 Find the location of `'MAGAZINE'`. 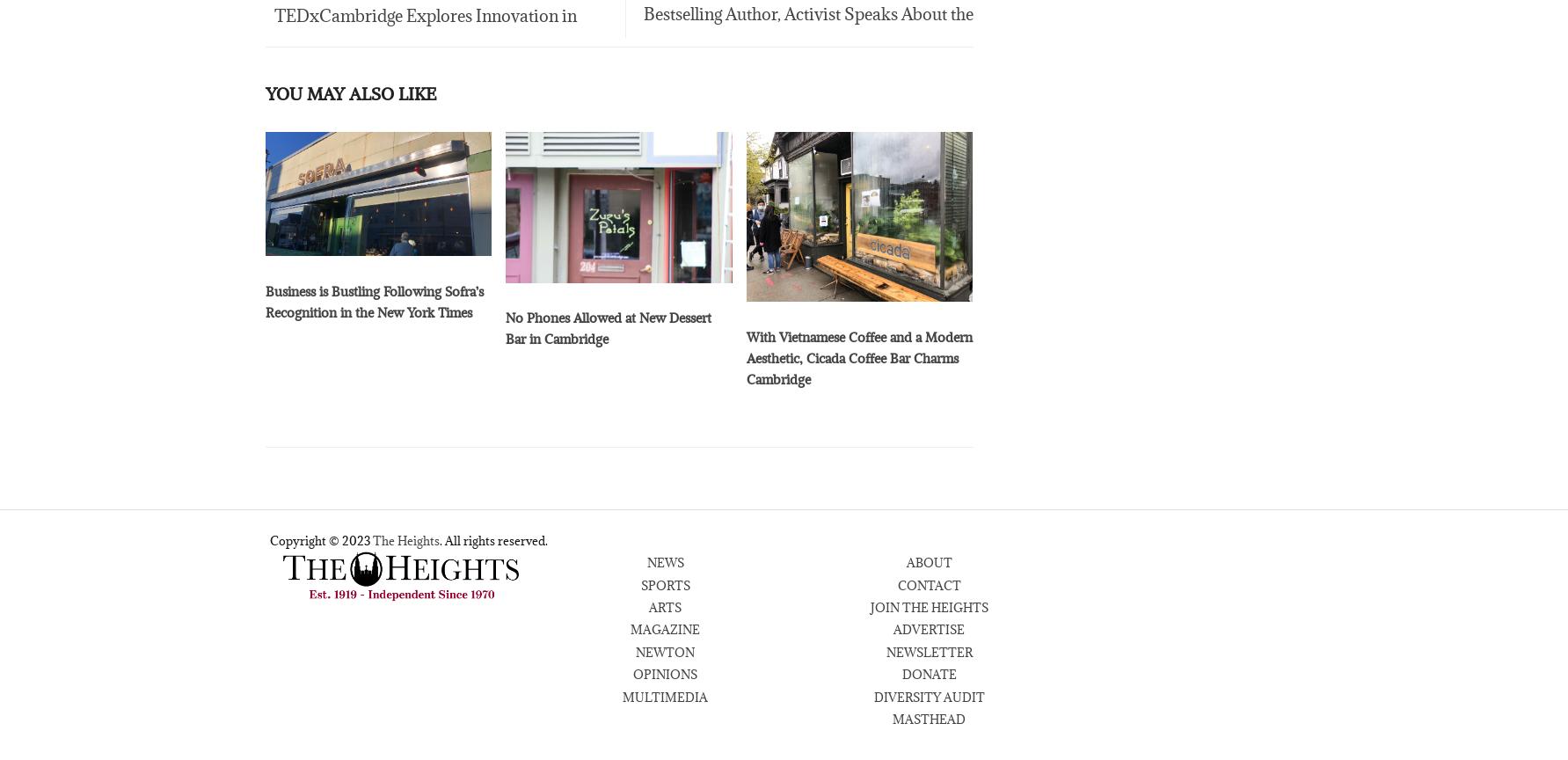

'MAGAZINE' is located at coordinates (629, 632).